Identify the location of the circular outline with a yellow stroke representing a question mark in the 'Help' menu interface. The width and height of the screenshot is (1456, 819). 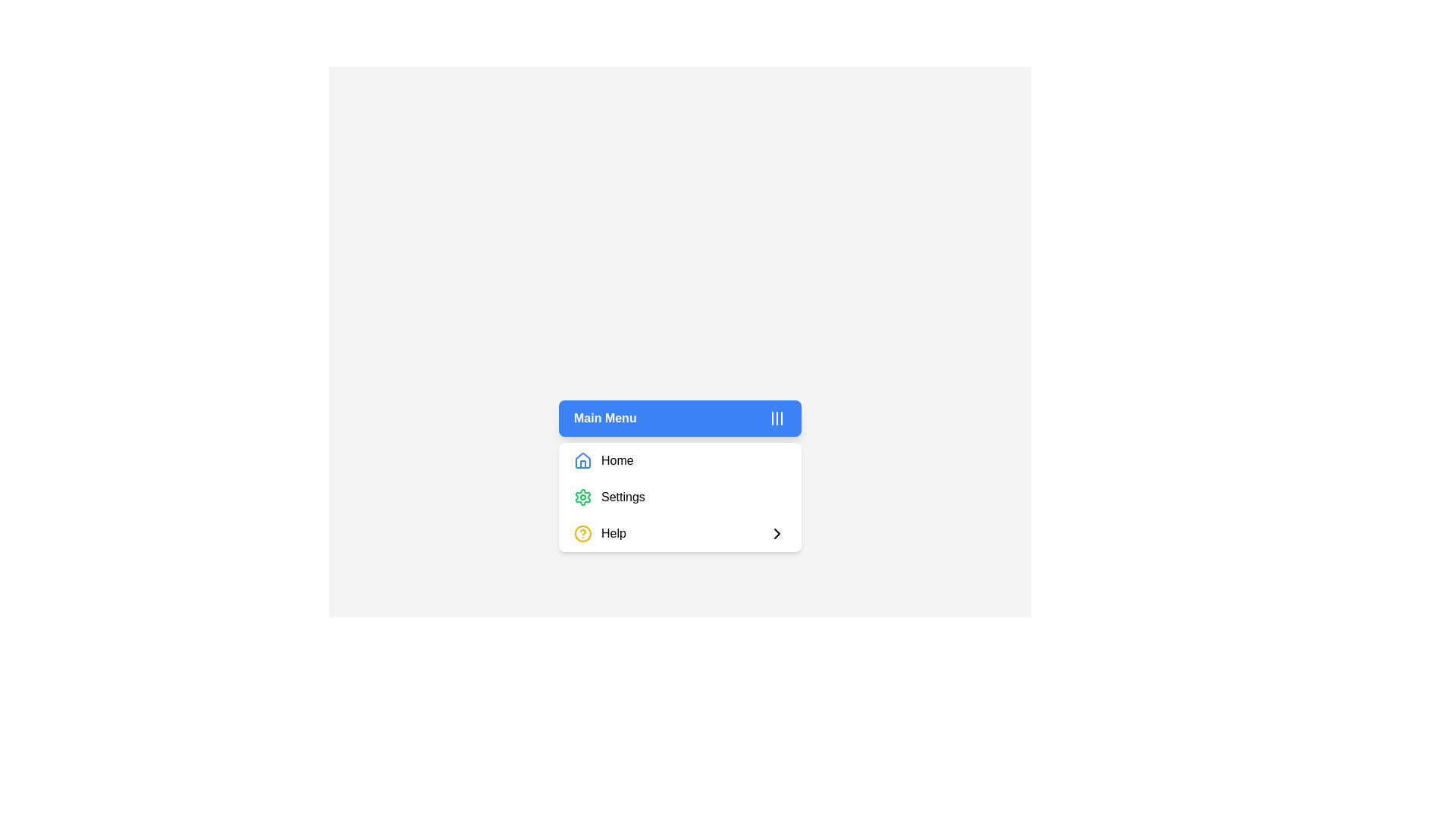
(582, 533).